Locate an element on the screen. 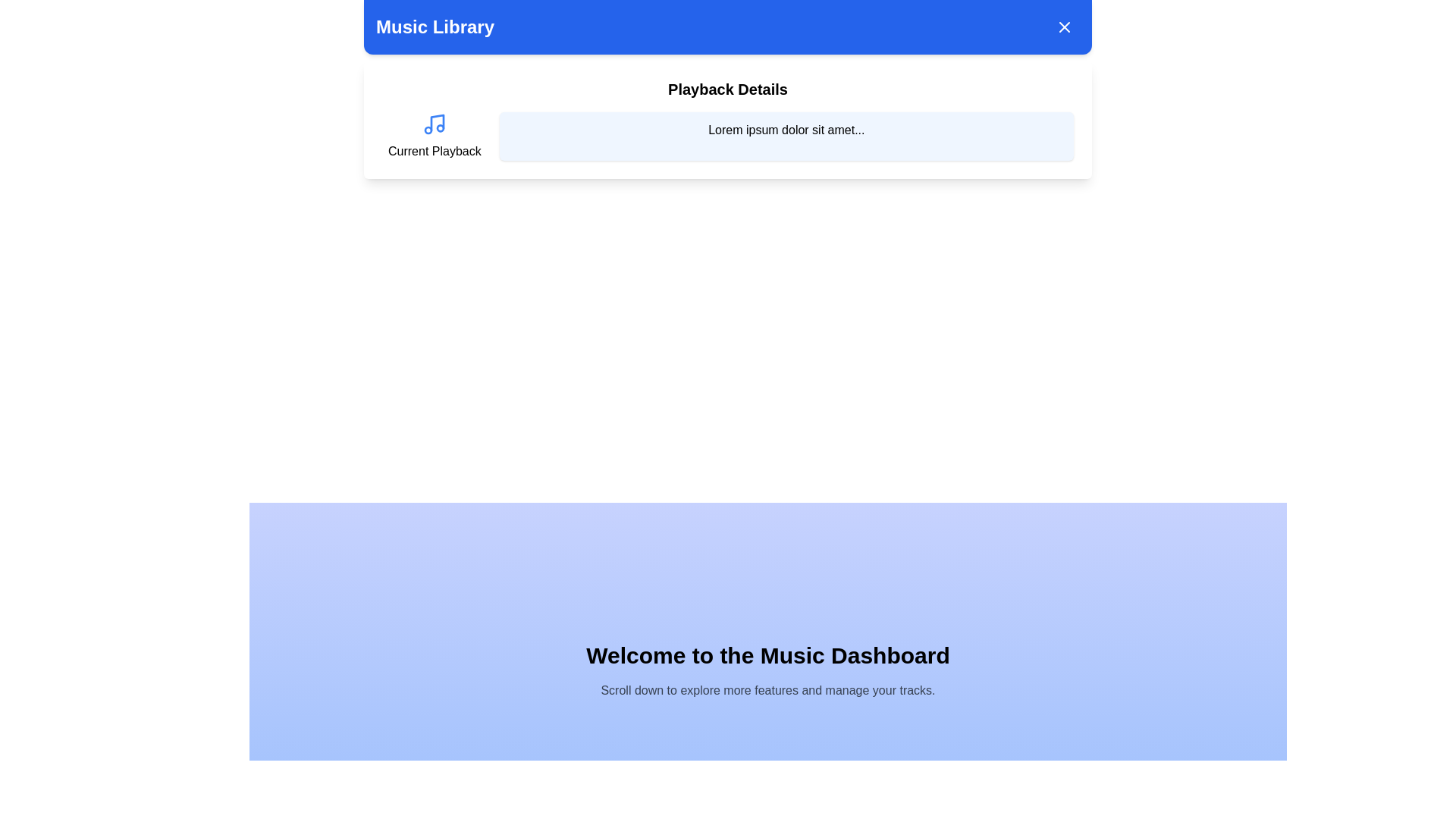 The image size is (1456, 819). text content of the label indicating the title or descriptor for the current playback section, located in the 'Playback Details' section with a music note icon above it is located at coordinates (434, 152).